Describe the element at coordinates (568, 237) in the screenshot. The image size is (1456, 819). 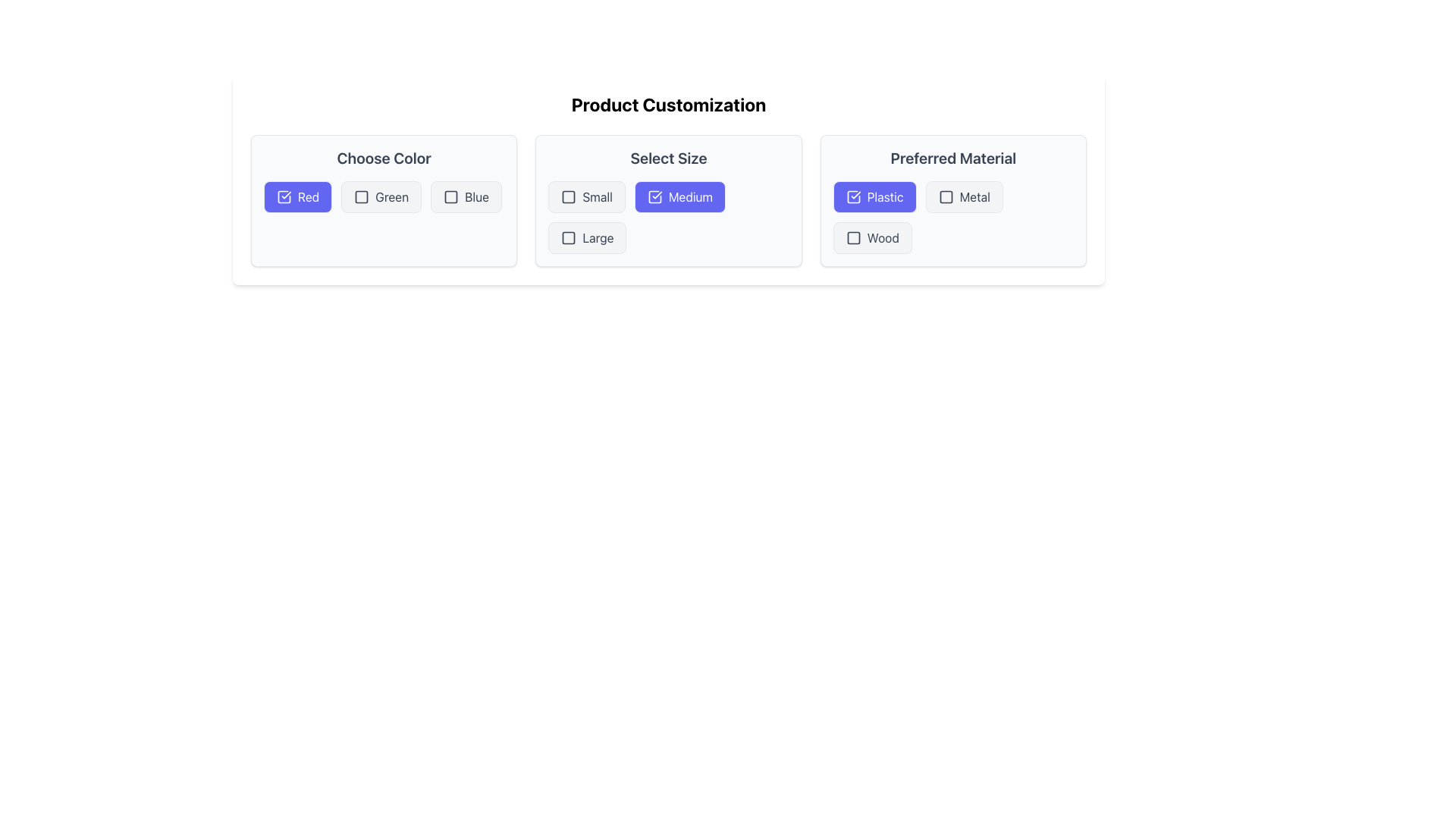
I see `the checkbox marker for the 'Large' size option in the 'Select Size' section` at that location.